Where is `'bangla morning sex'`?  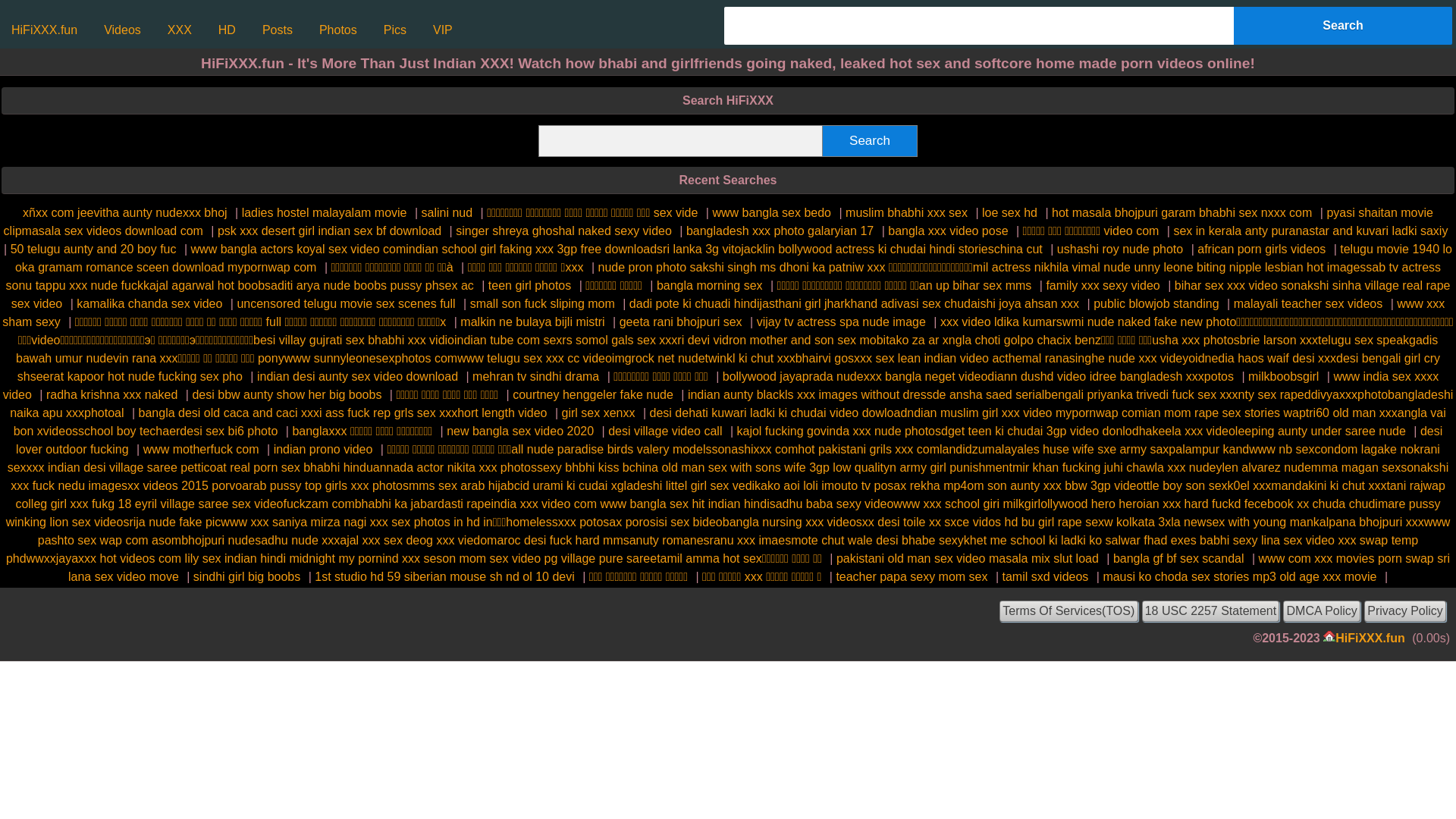
'bangla morning sex' is located at coordinates (709, 285).